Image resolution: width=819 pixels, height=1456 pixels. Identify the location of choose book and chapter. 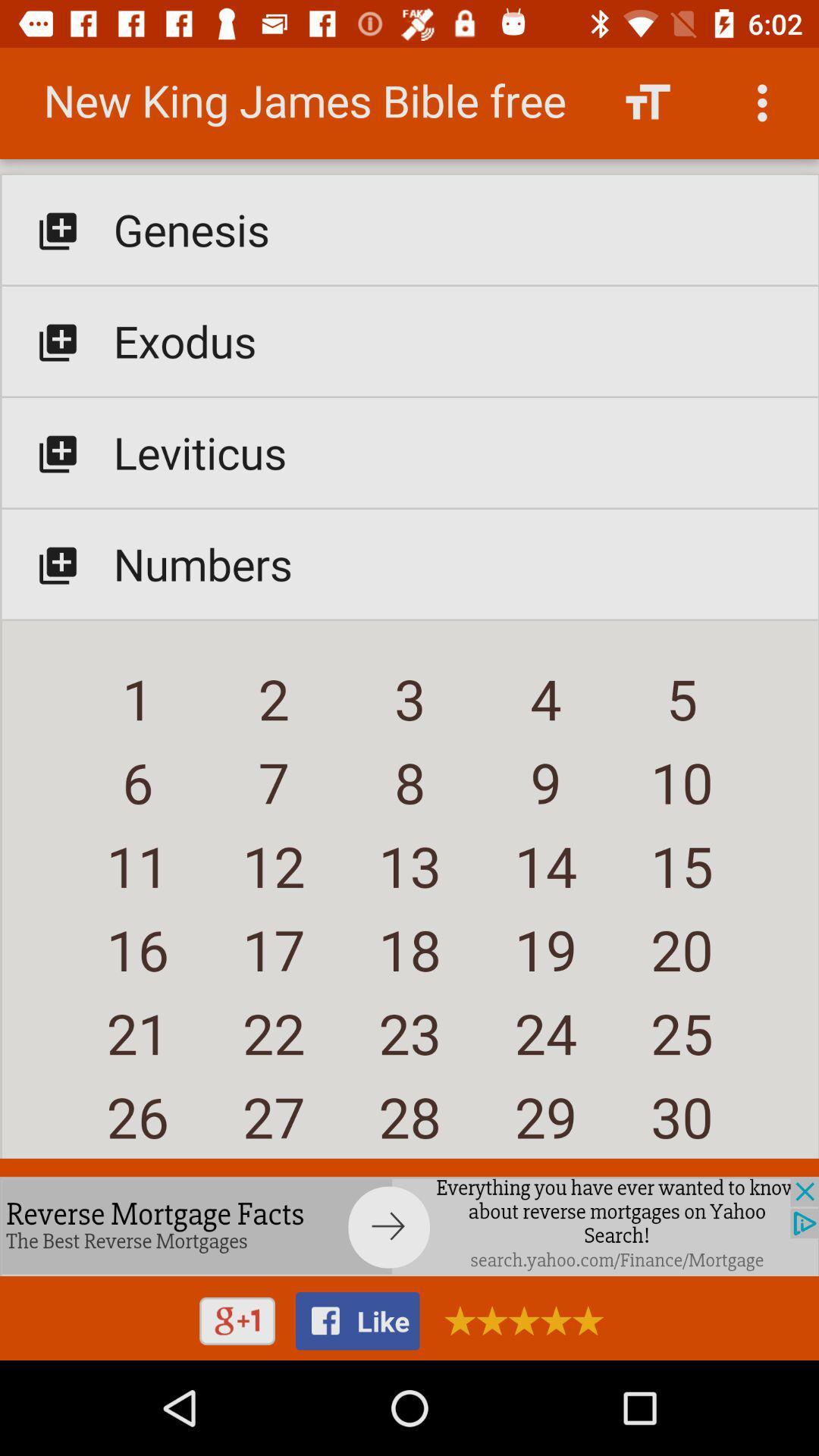
(409, 609).